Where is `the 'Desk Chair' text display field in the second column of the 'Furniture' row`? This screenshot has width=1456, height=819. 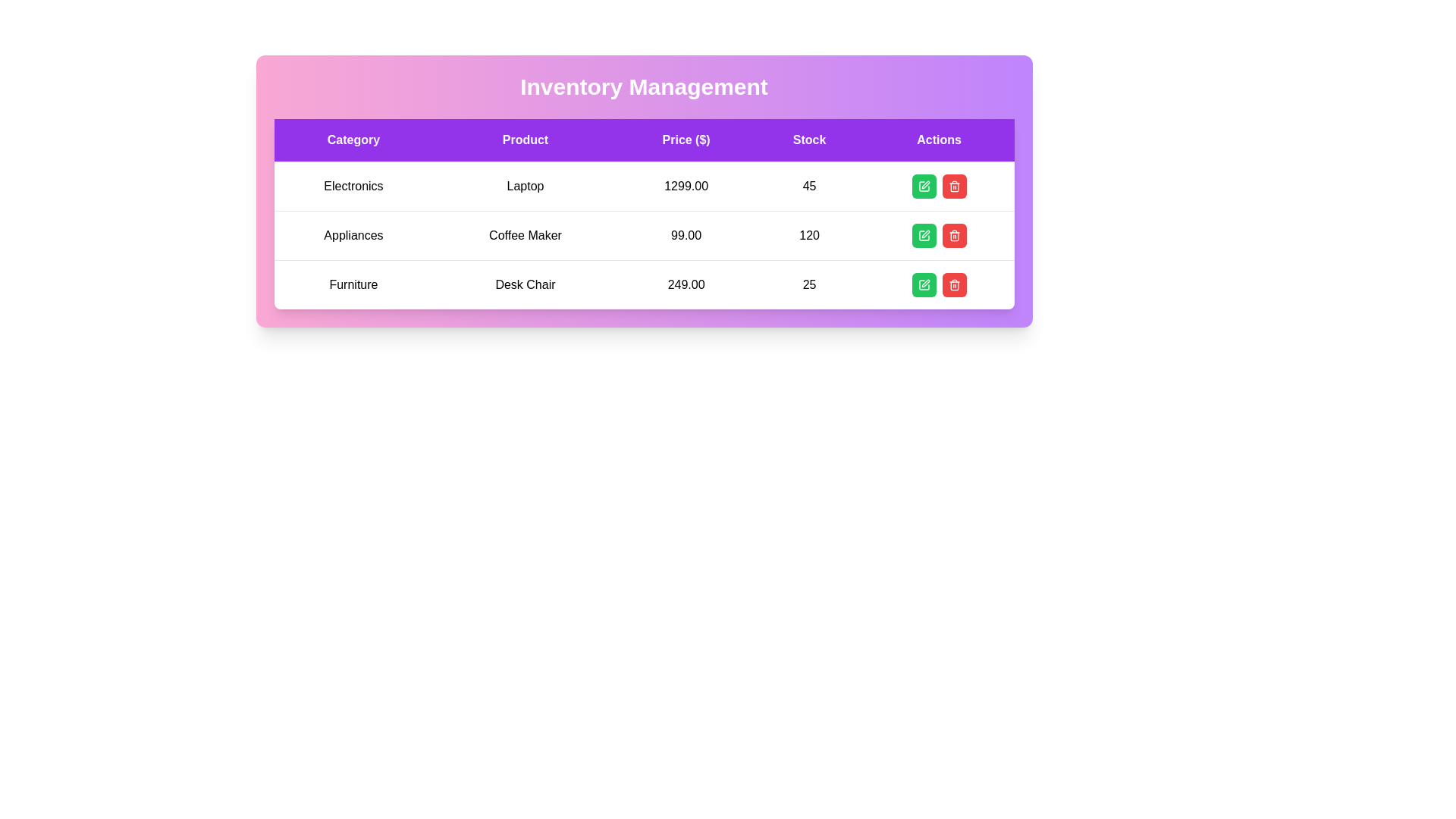 the 'Desk Chair' text display field in the second column of the 'Furniture' row is located at coordinates (525, 284).